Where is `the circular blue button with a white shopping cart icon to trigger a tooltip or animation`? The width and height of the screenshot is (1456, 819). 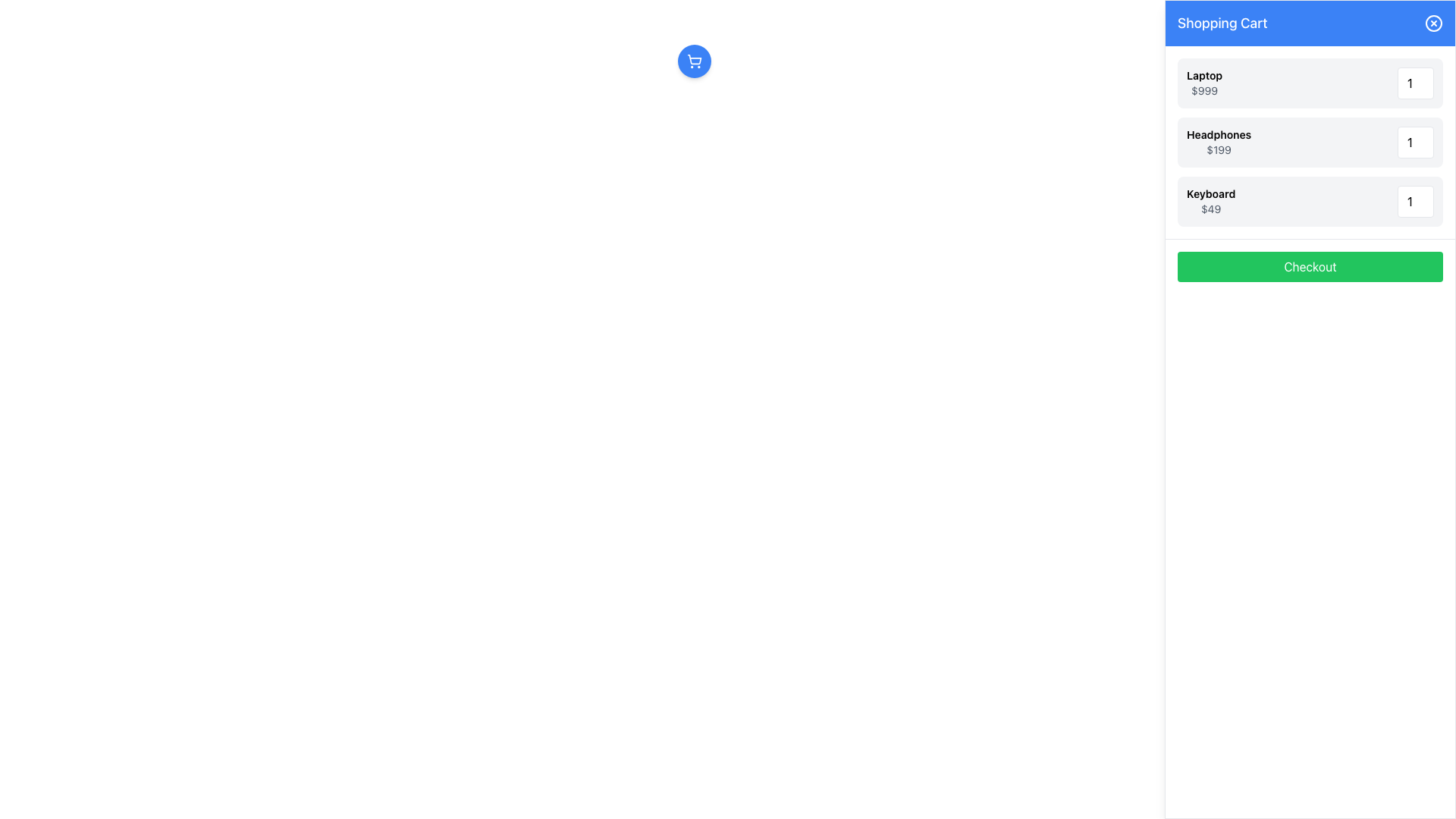
the circular blue button with a white shopping cart icon to trigger a tooltip or animation is located at coordinates (693, 61).